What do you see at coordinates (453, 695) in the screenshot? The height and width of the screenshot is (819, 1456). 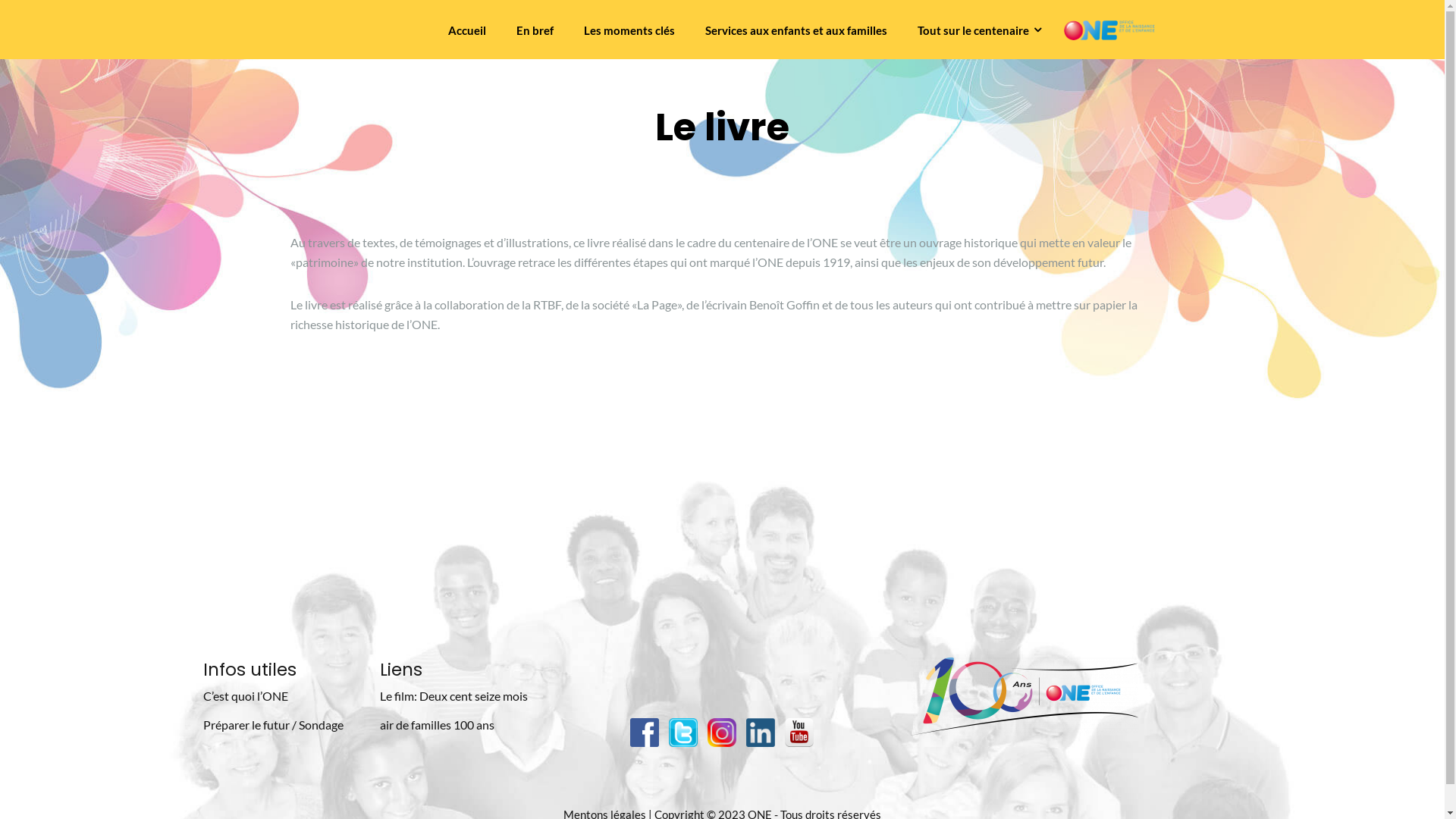 I see `'Le film: Deux cent seize mois'` at bounding box center [453, 695].